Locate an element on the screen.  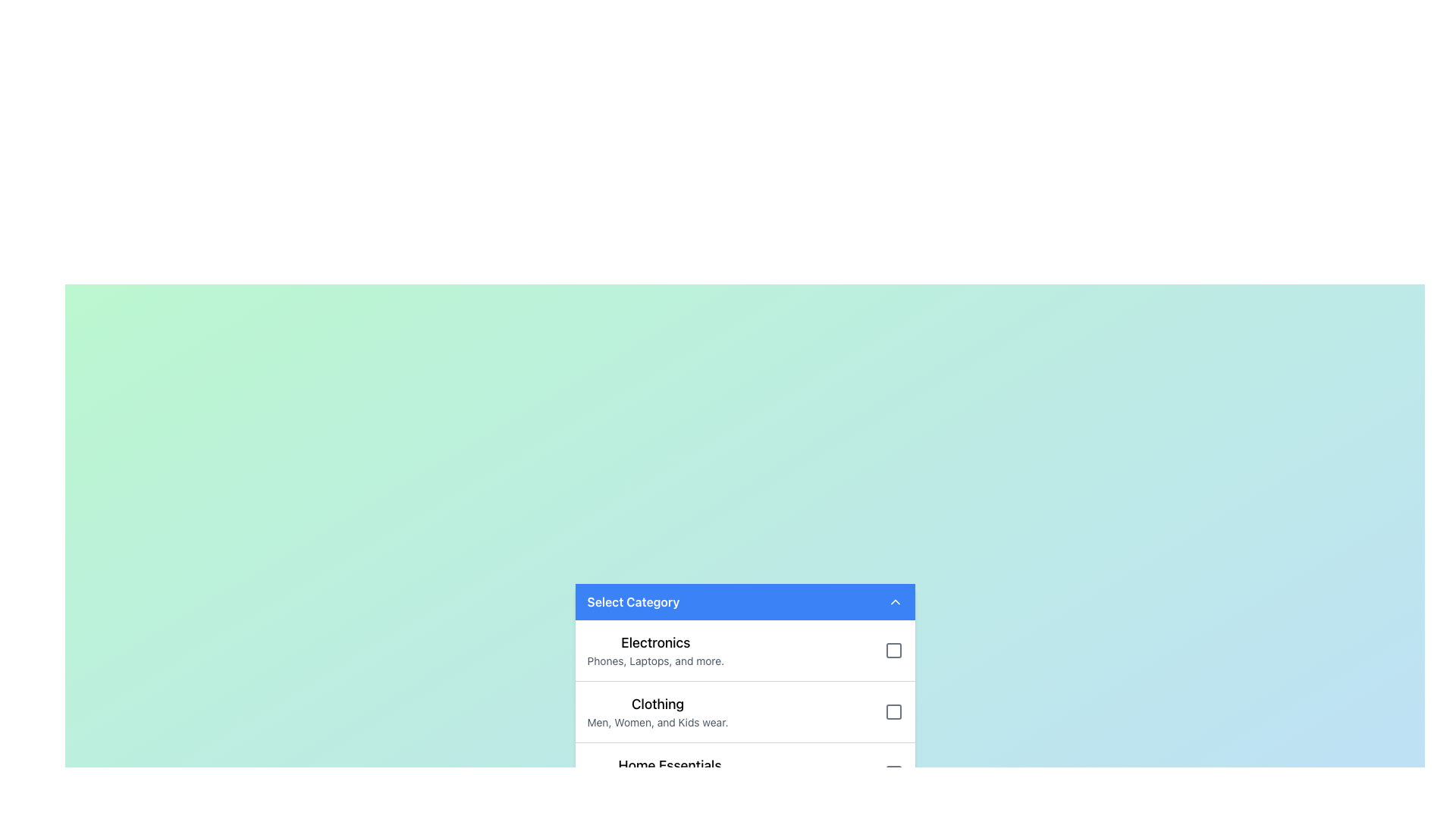
the gray toggle button located on the far-right side of the 'Electronics' row, adjacent to the text 'Phones, Laptops, and more.' is located at coordinates (893, 649).